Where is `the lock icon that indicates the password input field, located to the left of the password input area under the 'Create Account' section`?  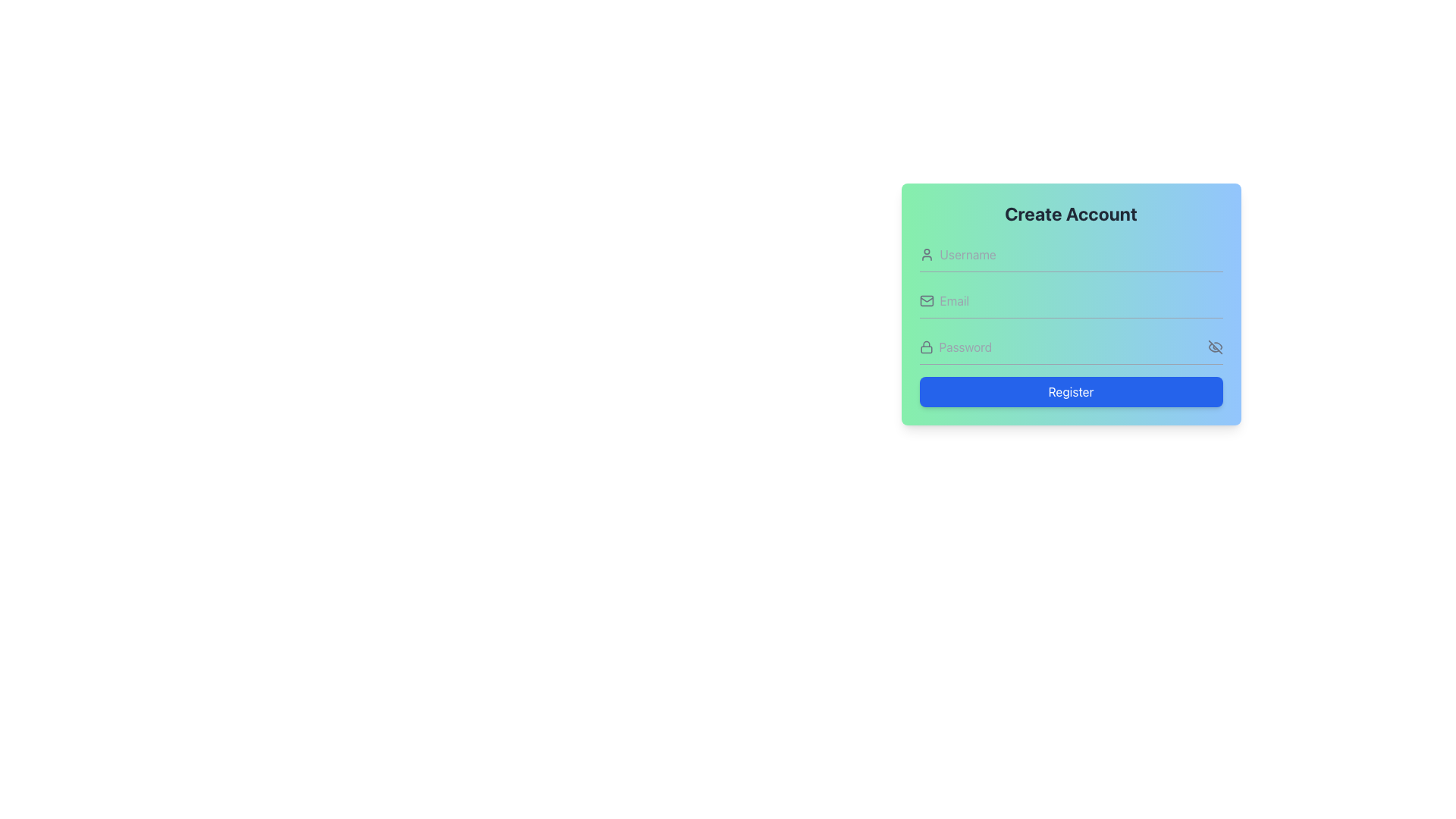 the lock icon that indicates the password input field, located to the left of the password input area under the 'Create Account' section is located at coordinates (925, 347).